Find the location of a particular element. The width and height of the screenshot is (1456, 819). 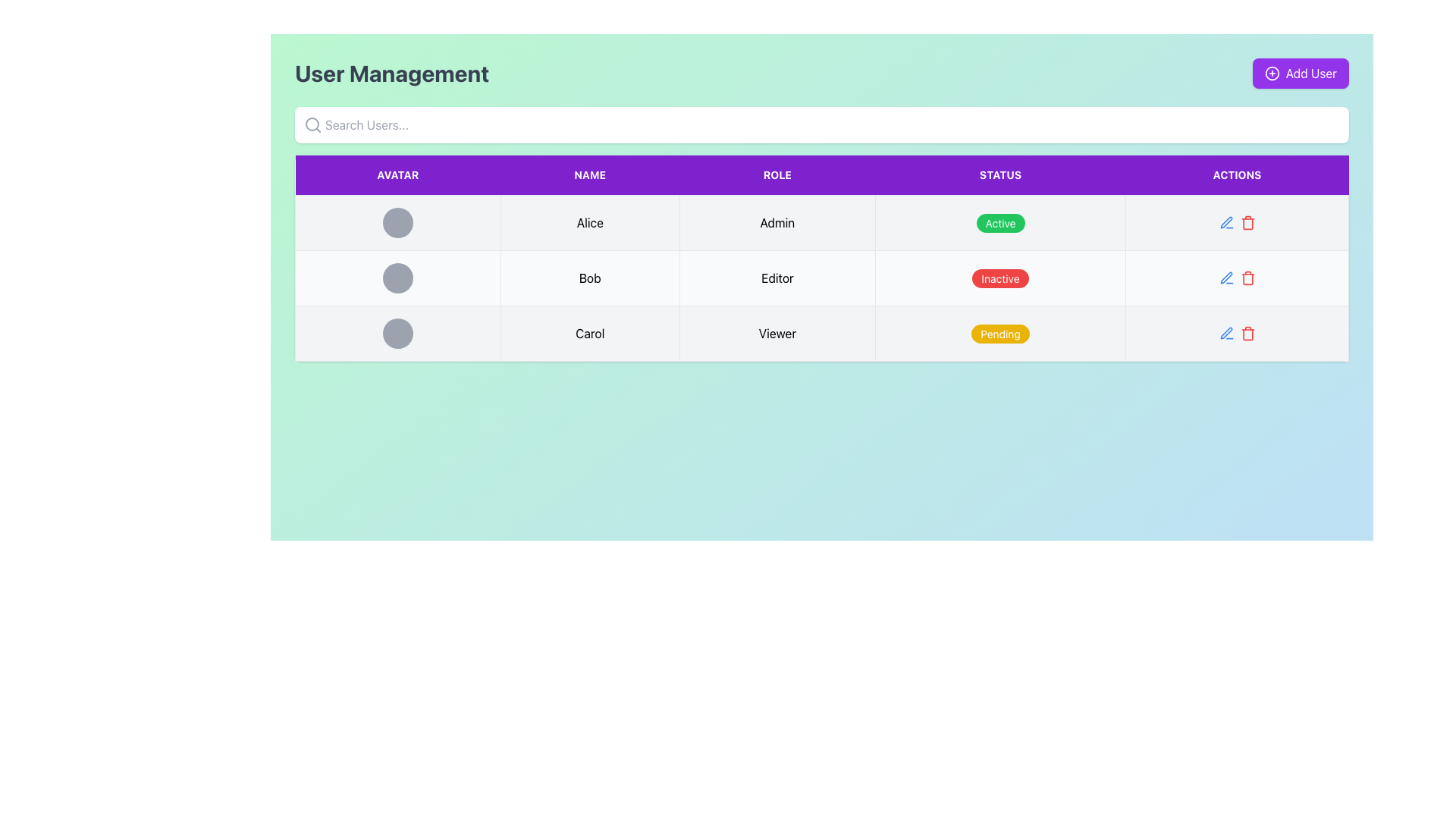

the 'Status' table header, which is the fourth header in the table, positioned after 'Avatar', 'Name', and 'Role', and before the 'Actions' header is located at coordinates (1000, 174).